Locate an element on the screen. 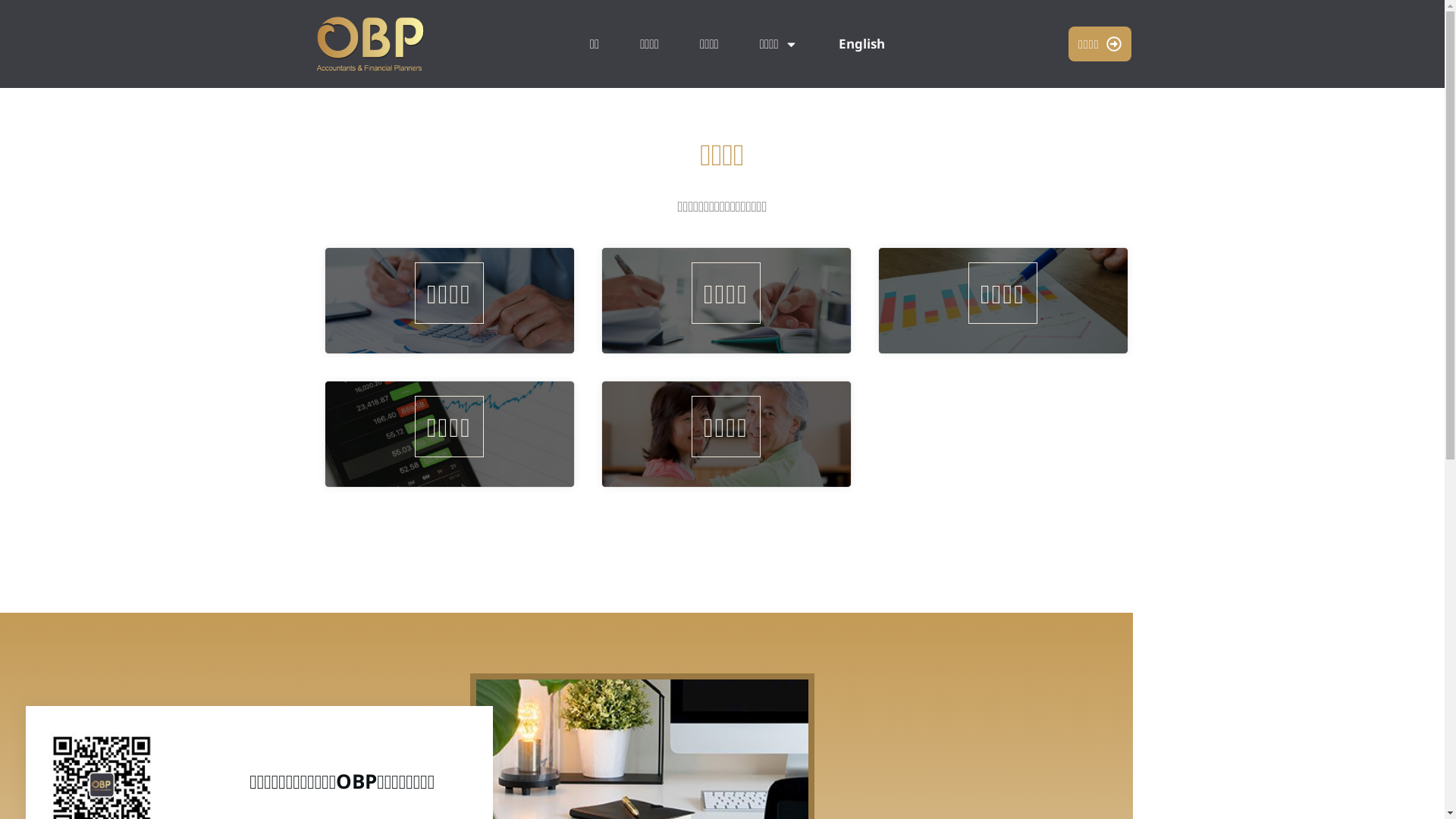 The height and width of the screenshot is (819, 1456). 'English' is located at coordinates (861, 42).